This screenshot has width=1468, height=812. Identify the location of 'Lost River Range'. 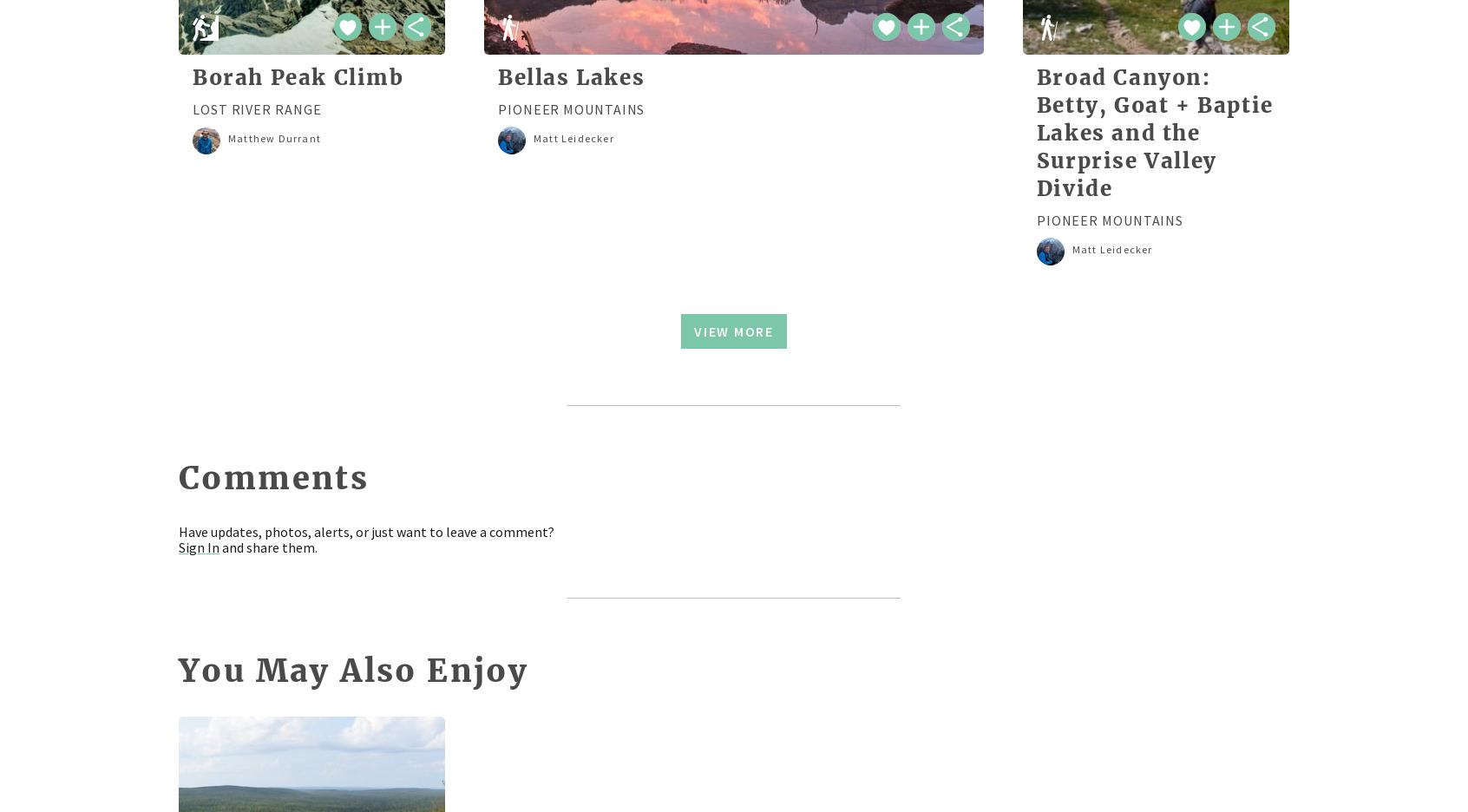
(255, 108).